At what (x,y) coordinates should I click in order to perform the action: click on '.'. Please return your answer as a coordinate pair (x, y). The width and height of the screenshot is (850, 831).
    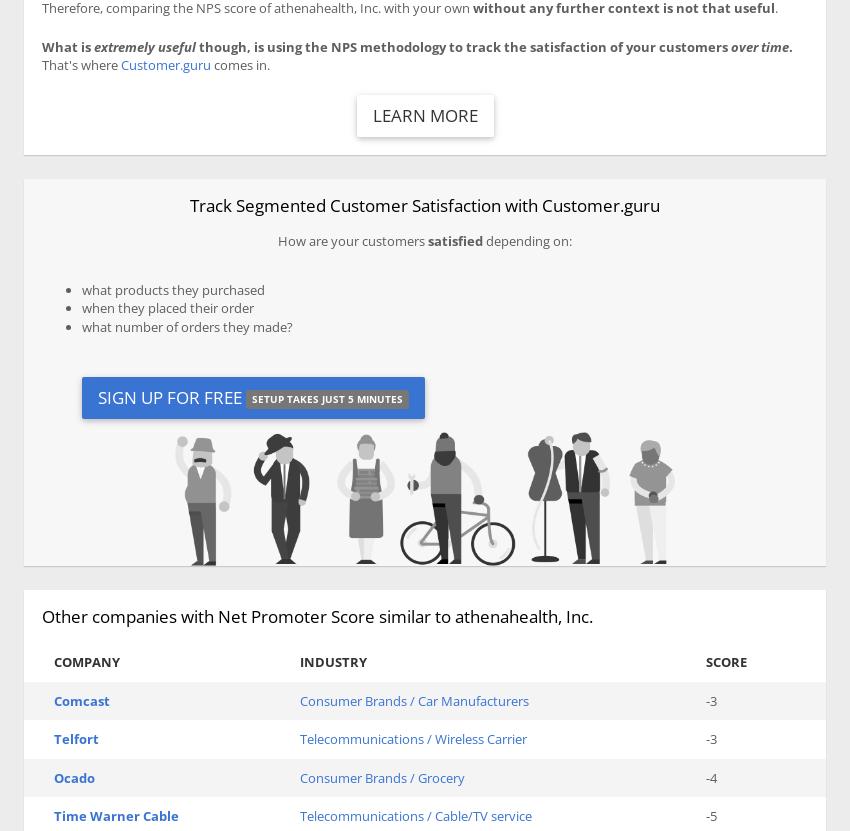
    Looking at the image, I should click on (787, 46).